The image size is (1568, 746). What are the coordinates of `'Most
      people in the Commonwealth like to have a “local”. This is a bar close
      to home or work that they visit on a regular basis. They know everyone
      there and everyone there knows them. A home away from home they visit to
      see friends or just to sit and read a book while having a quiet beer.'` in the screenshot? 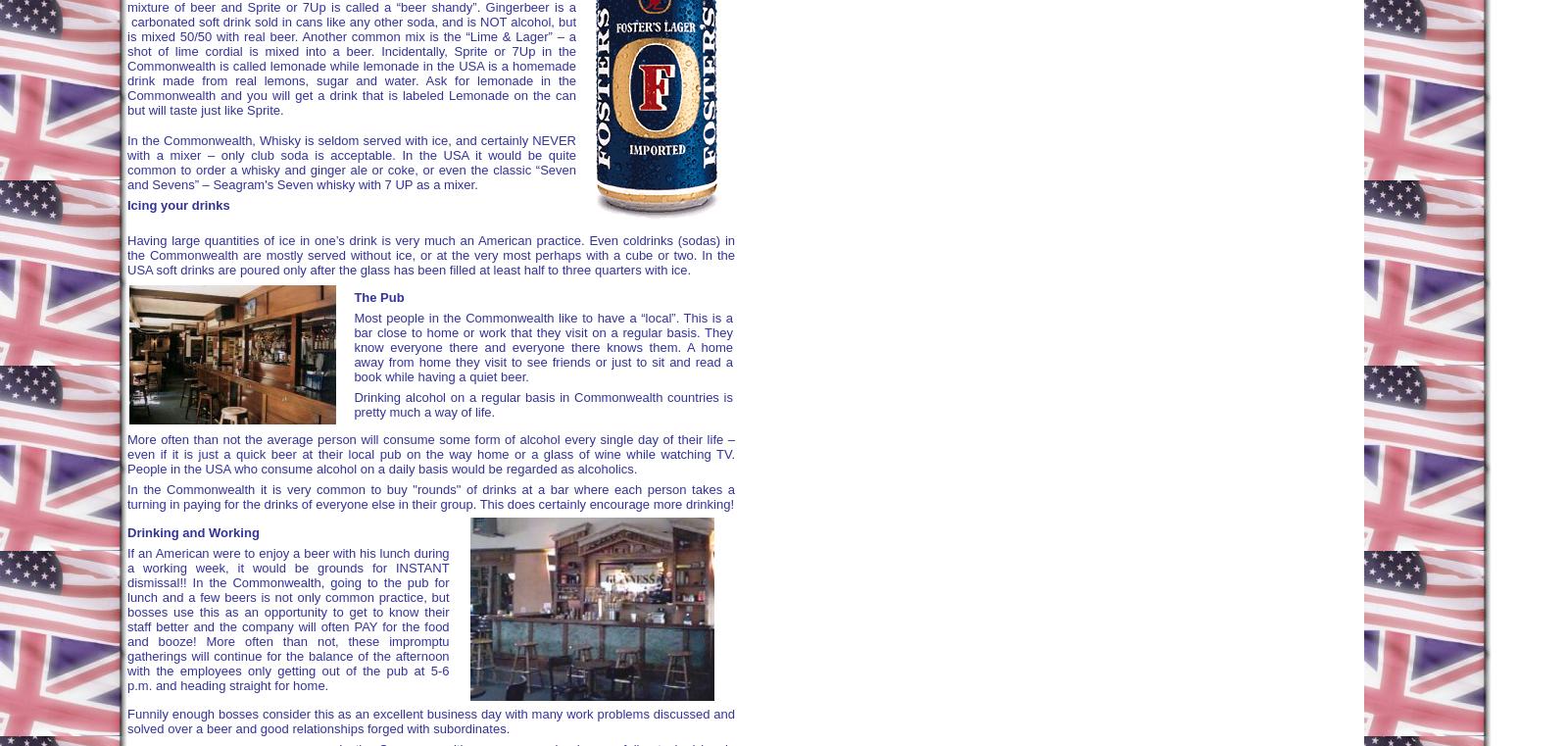 It's located at (542, 346).